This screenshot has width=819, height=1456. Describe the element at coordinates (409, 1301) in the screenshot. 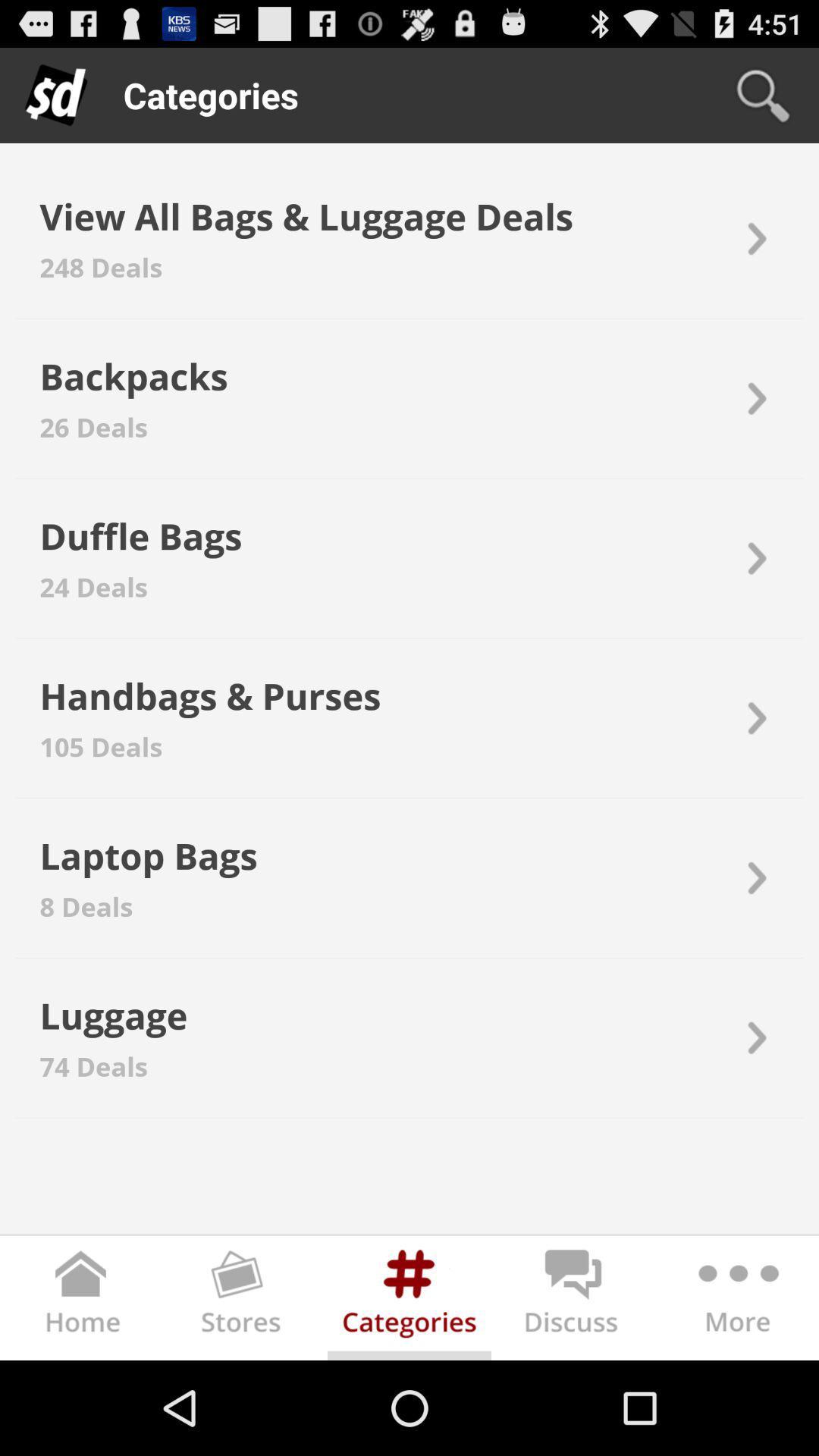

I see `open the categories button` at that location.